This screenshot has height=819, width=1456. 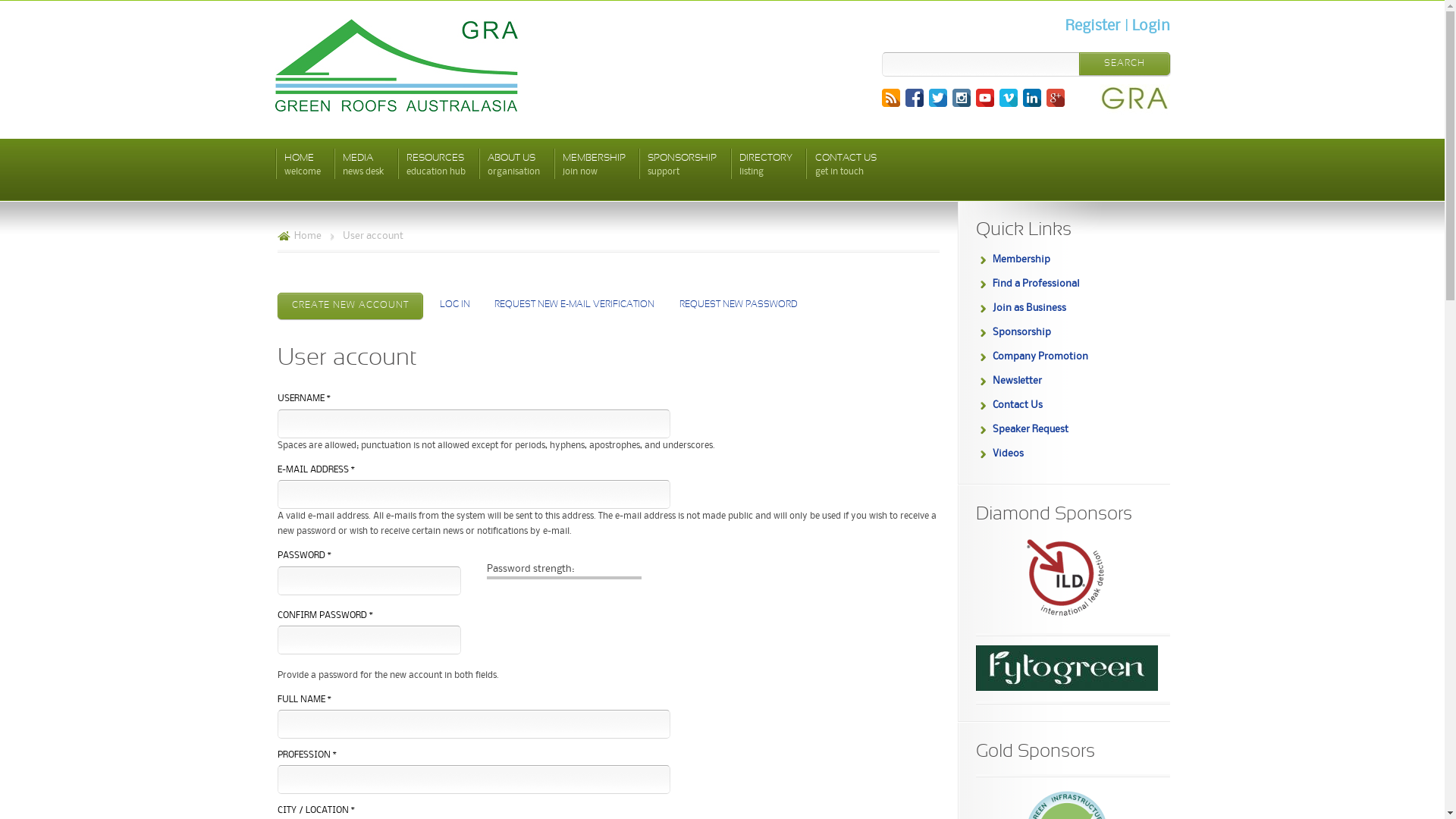 What do you see at coordinates (681, 167) in the screenshot?
I see `'SPONSORSHIP` at bounding box center [681, 167].